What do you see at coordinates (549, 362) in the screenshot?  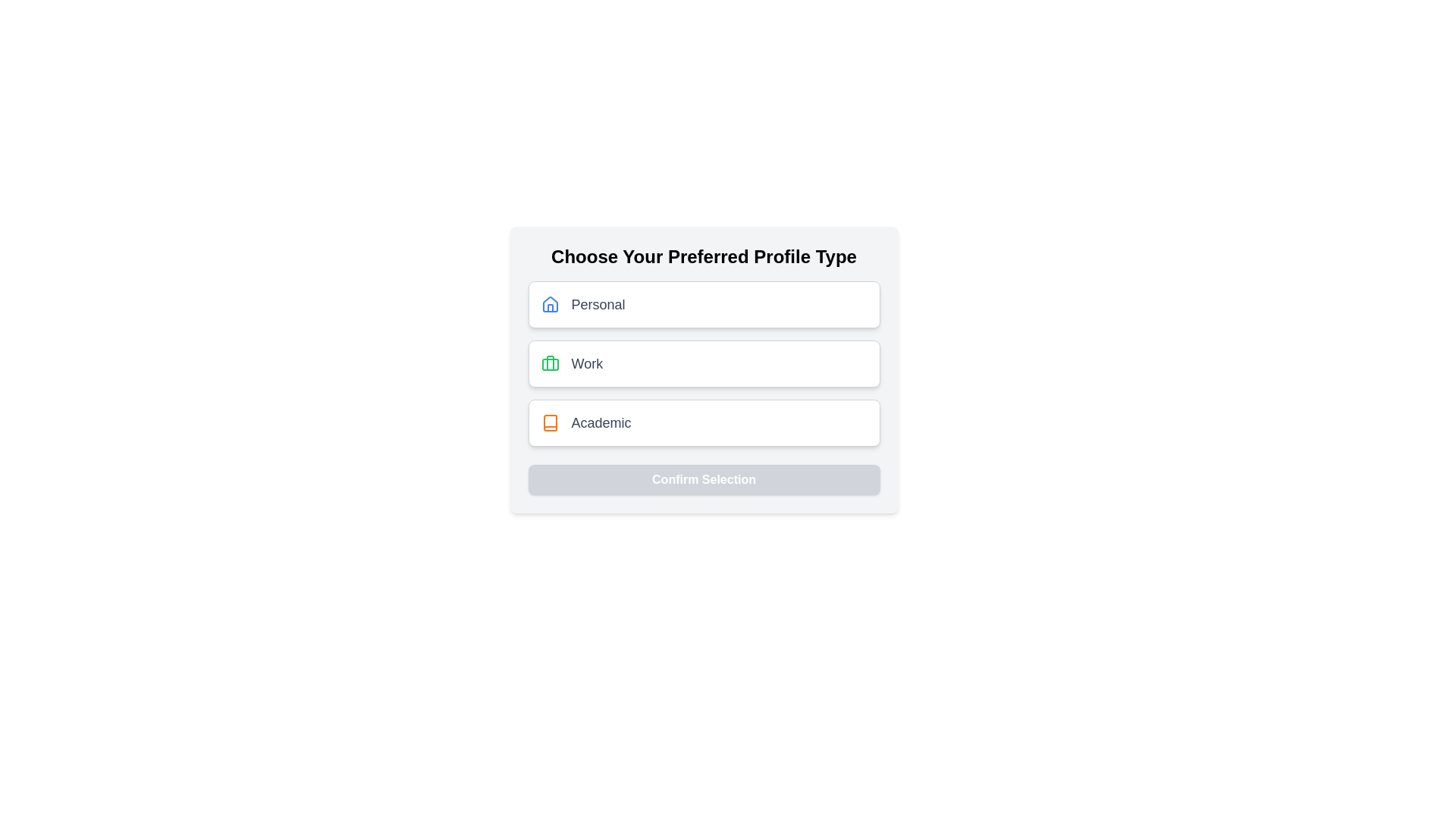 I see `the vertical decorative vector line element within the green briefcase icon labeled 'Work' located at the center of the interface` at bounding box center [549, 362].